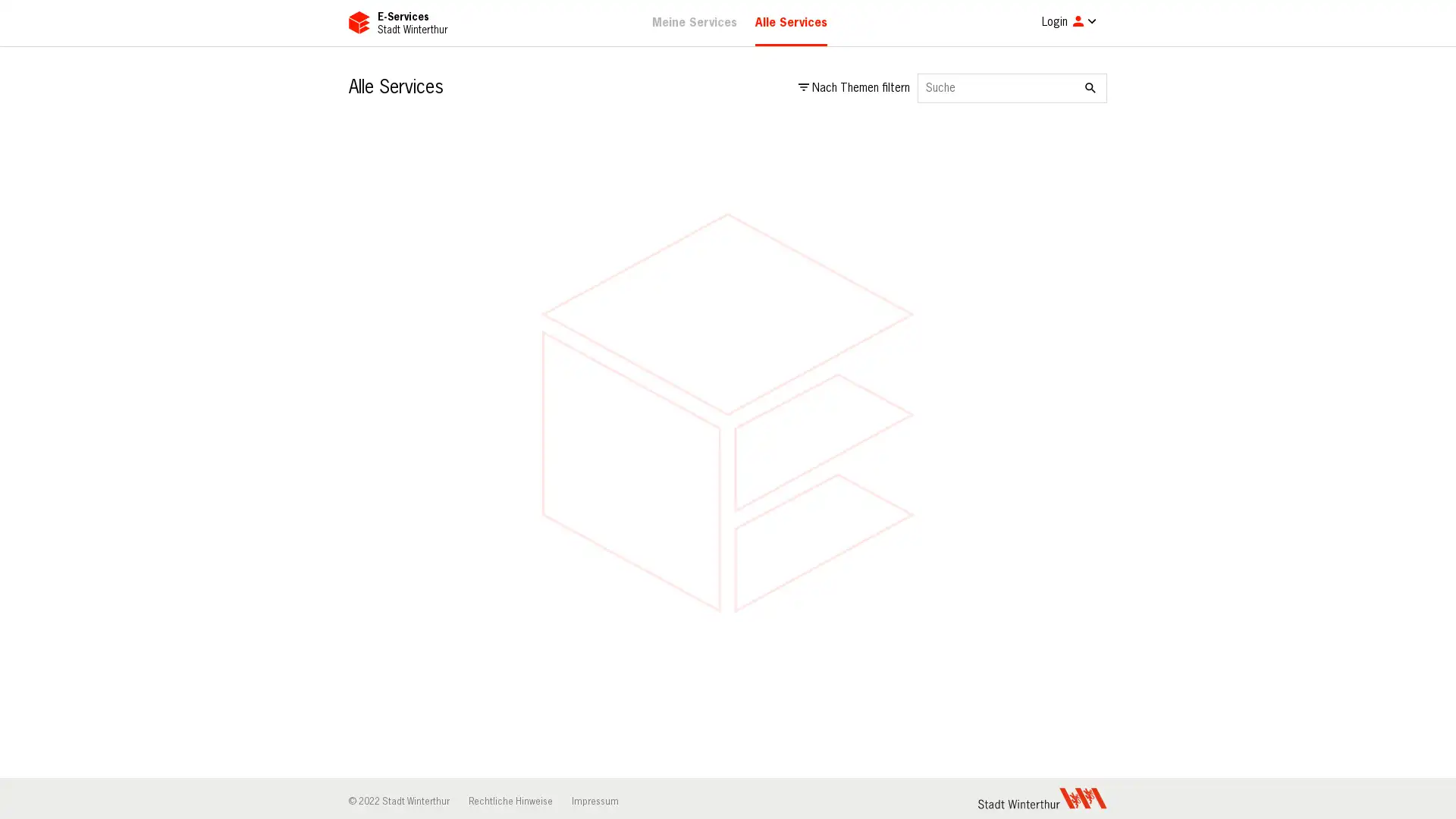 This screenshot has width=1456, height=819. Describe the element at coordinates (568, 796) in the screenshot. I see `Service Bestellung Bauabsteckung zu Meine Services hinzufugen` at that location.